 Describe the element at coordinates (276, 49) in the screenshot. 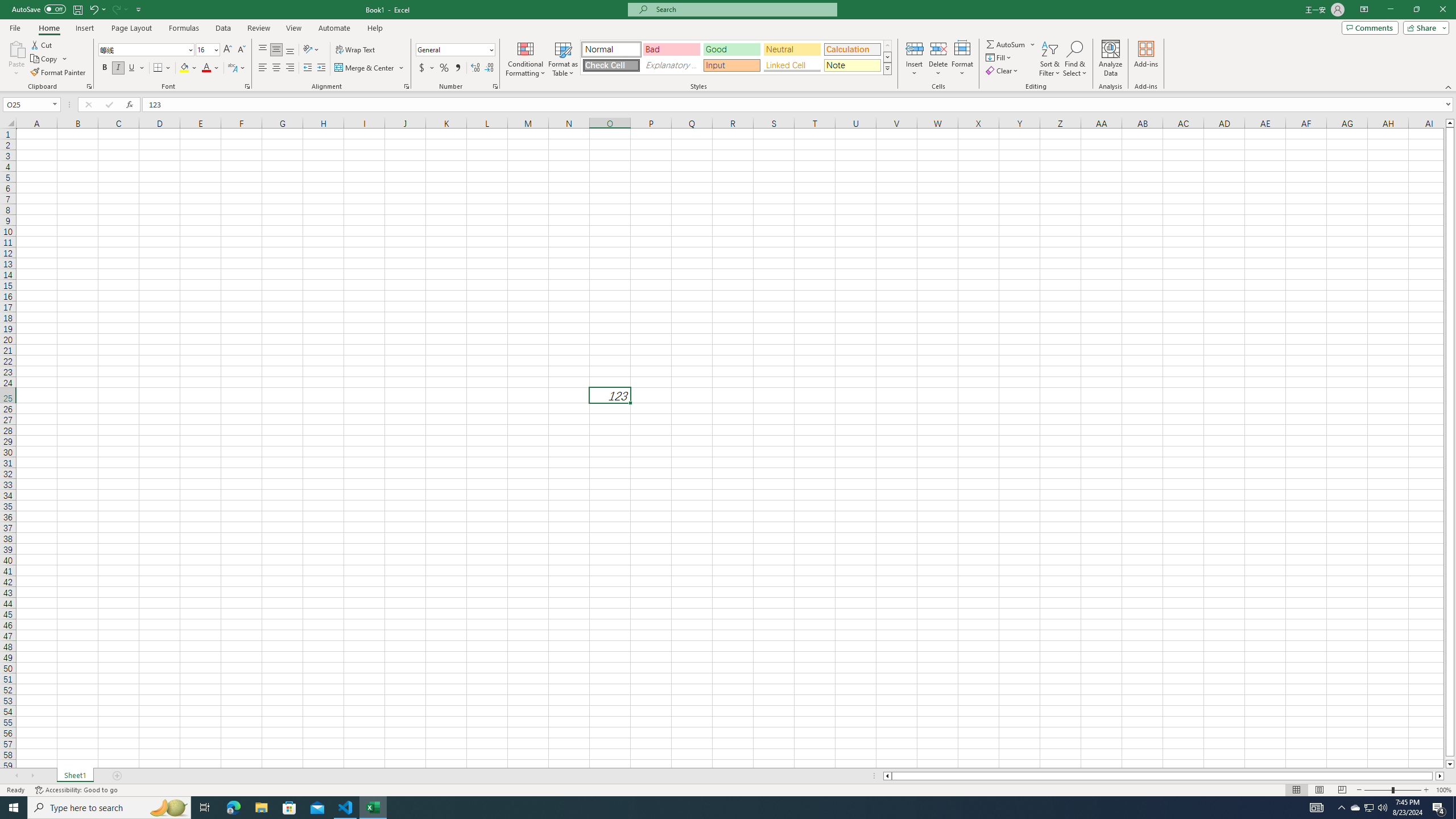

I see `'Middle Align'` at that location.